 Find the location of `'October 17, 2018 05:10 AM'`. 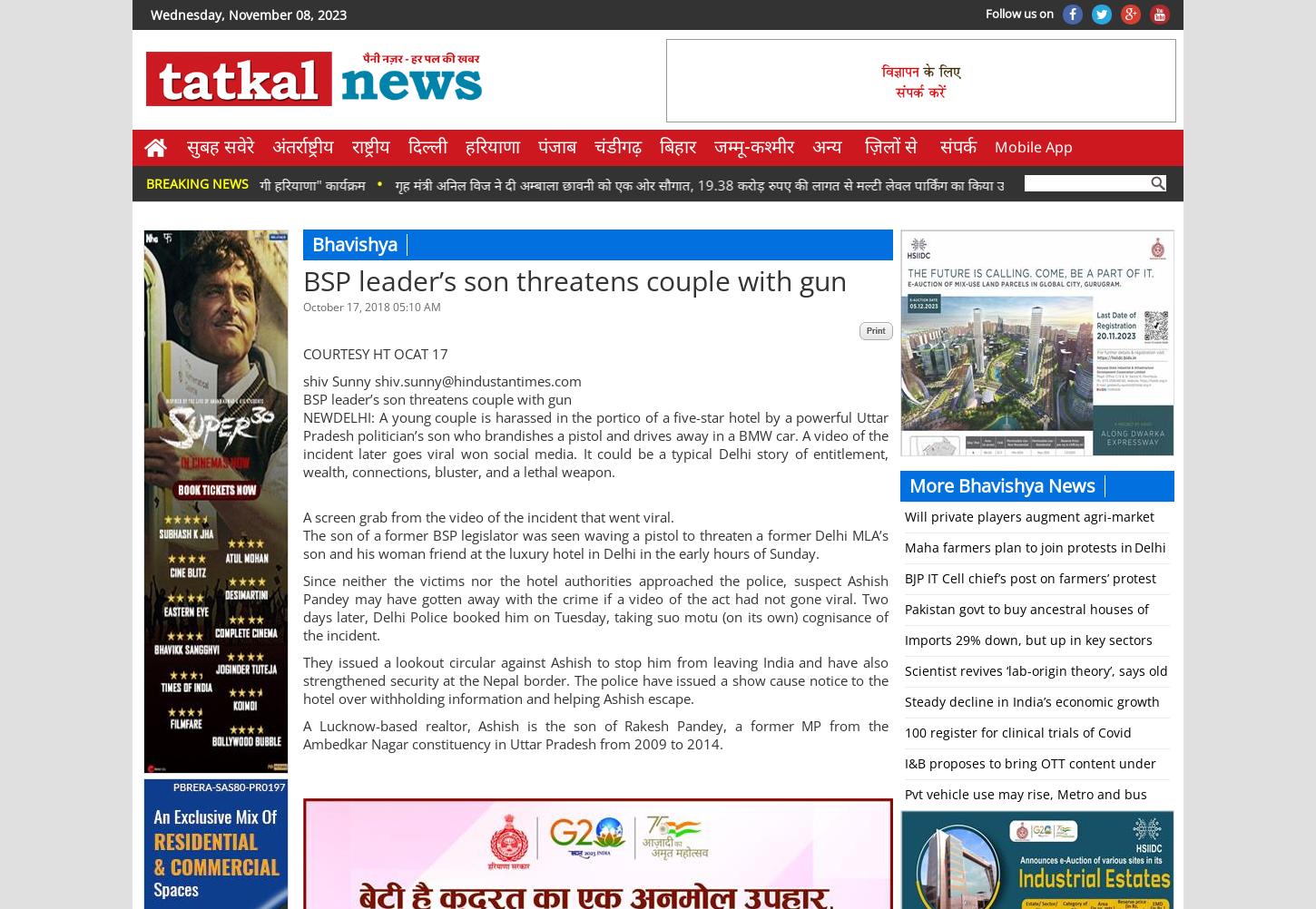

'October 17, 2018 05:10 AM' is located at coordinates (371, 307).